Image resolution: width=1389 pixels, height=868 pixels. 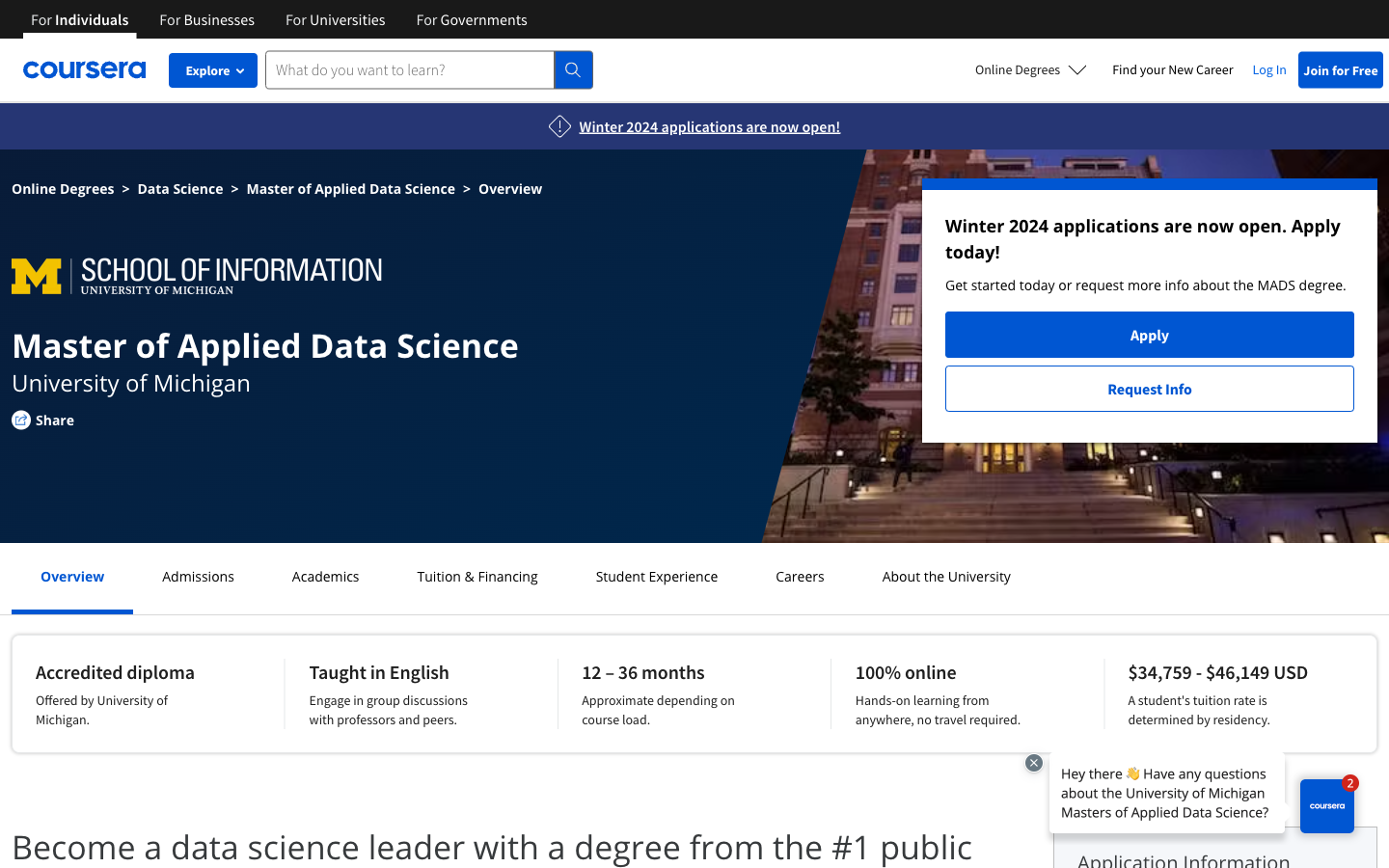 I want to click on Enroll on Coursera without any charges, so click(x=1341, y=68).